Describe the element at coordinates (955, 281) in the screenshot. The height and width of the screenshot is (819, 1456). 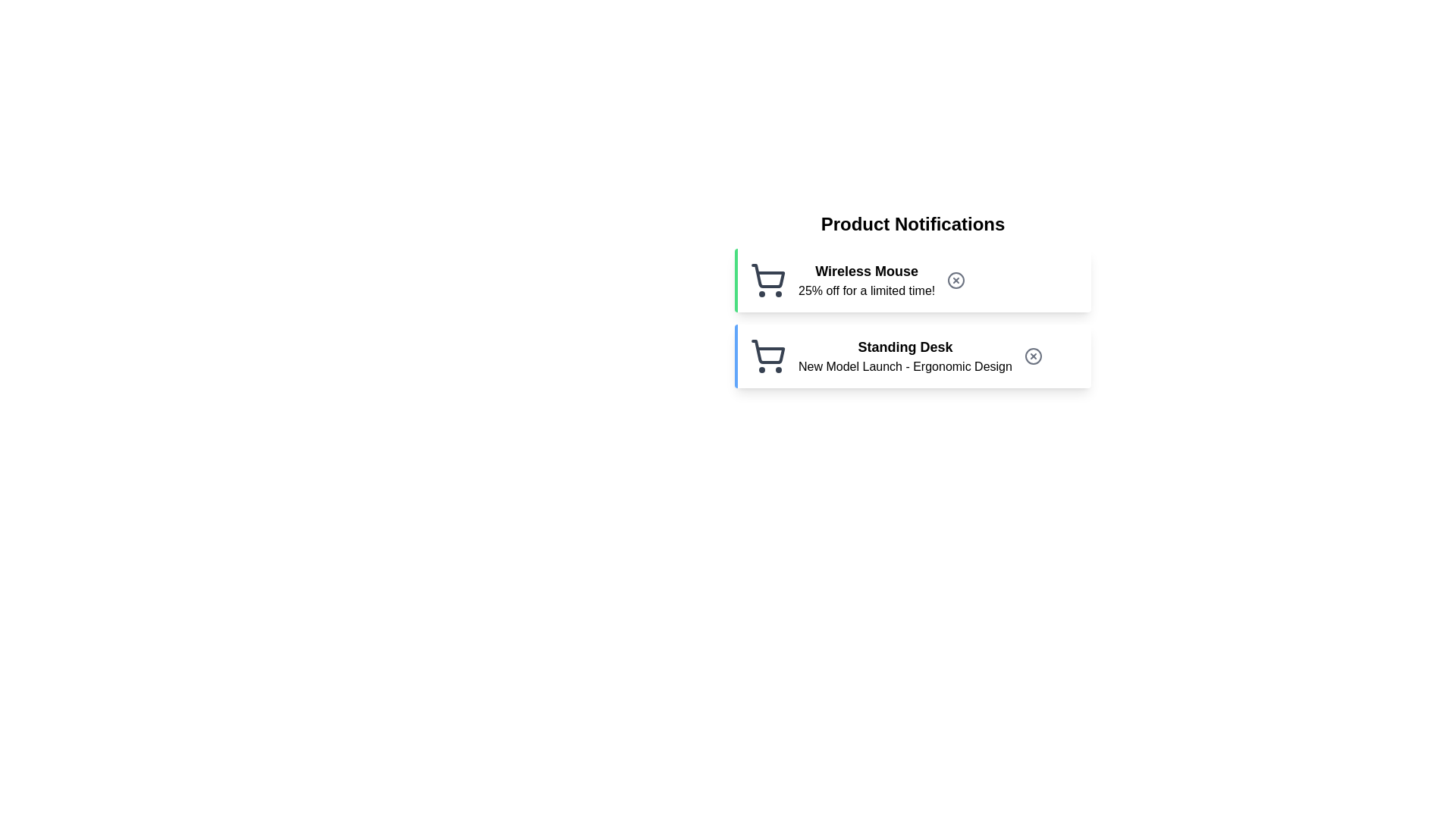
I see `close button for the notification labeled 'Wireless Mouse'` at that location.